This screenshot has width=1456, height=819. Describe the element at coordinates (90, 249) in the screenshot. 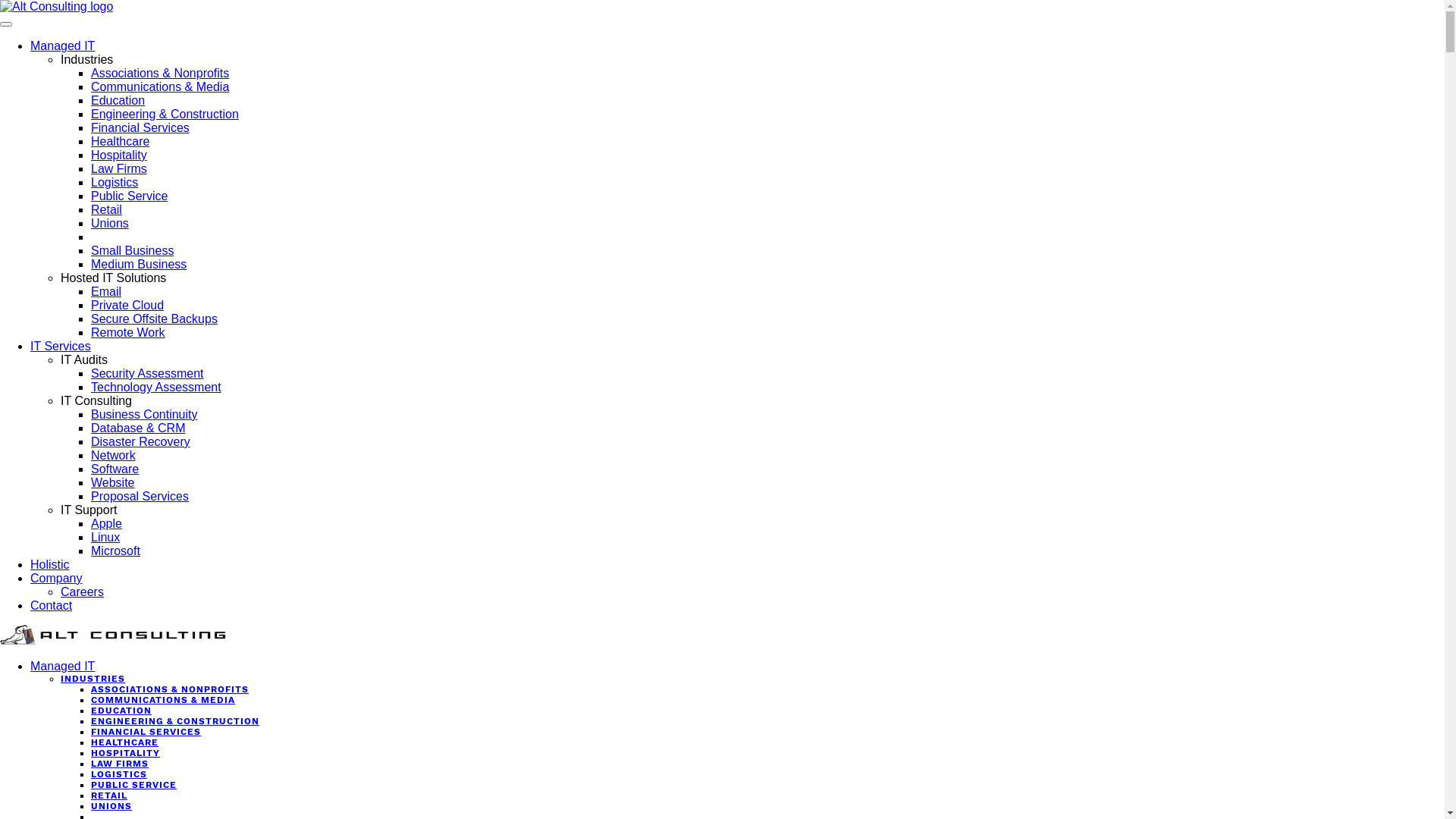

I see `'Small Business'` at that location.